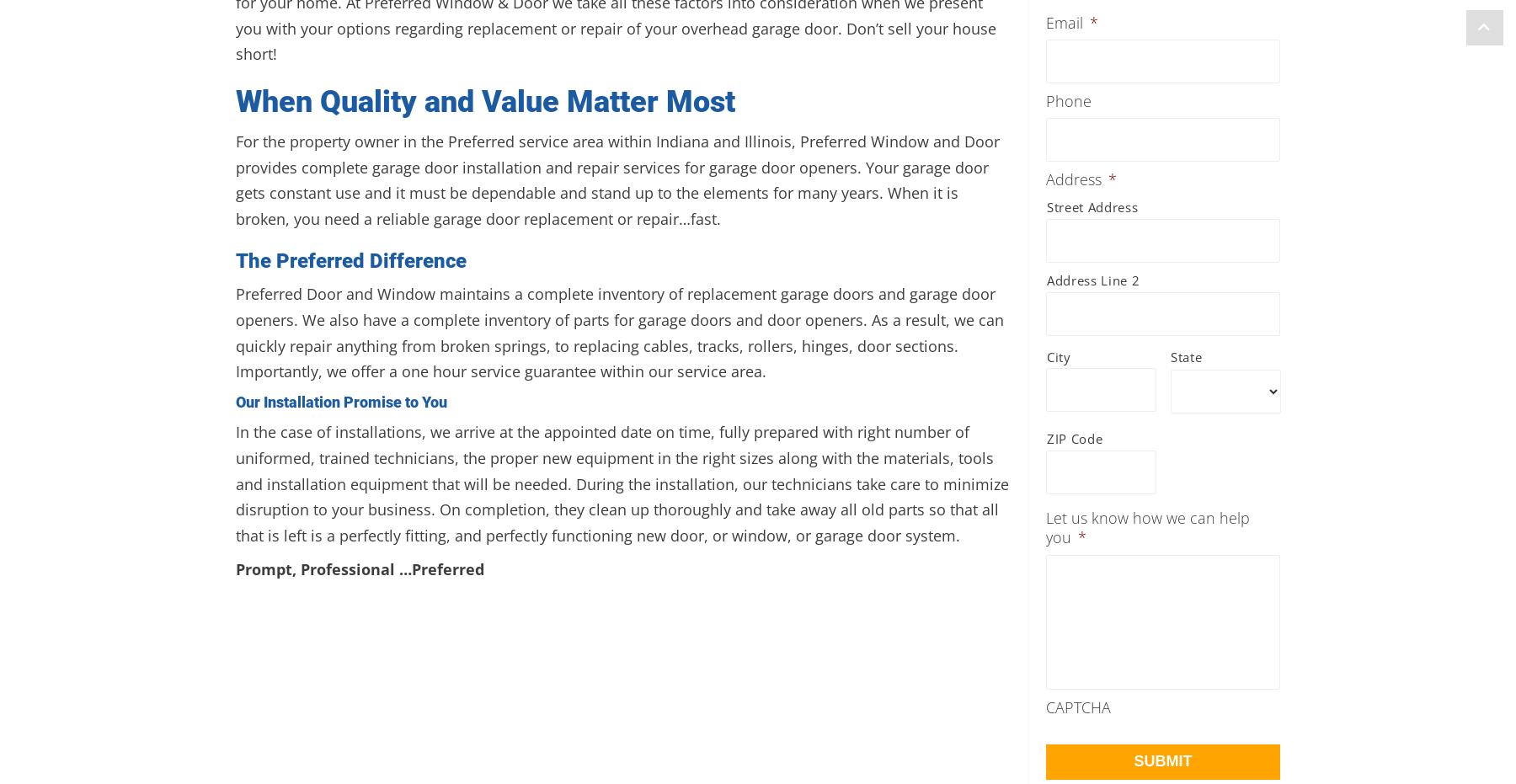  Describe the element at coordinates (1058, 355) in the screenshot. I see `'City'` at that location.